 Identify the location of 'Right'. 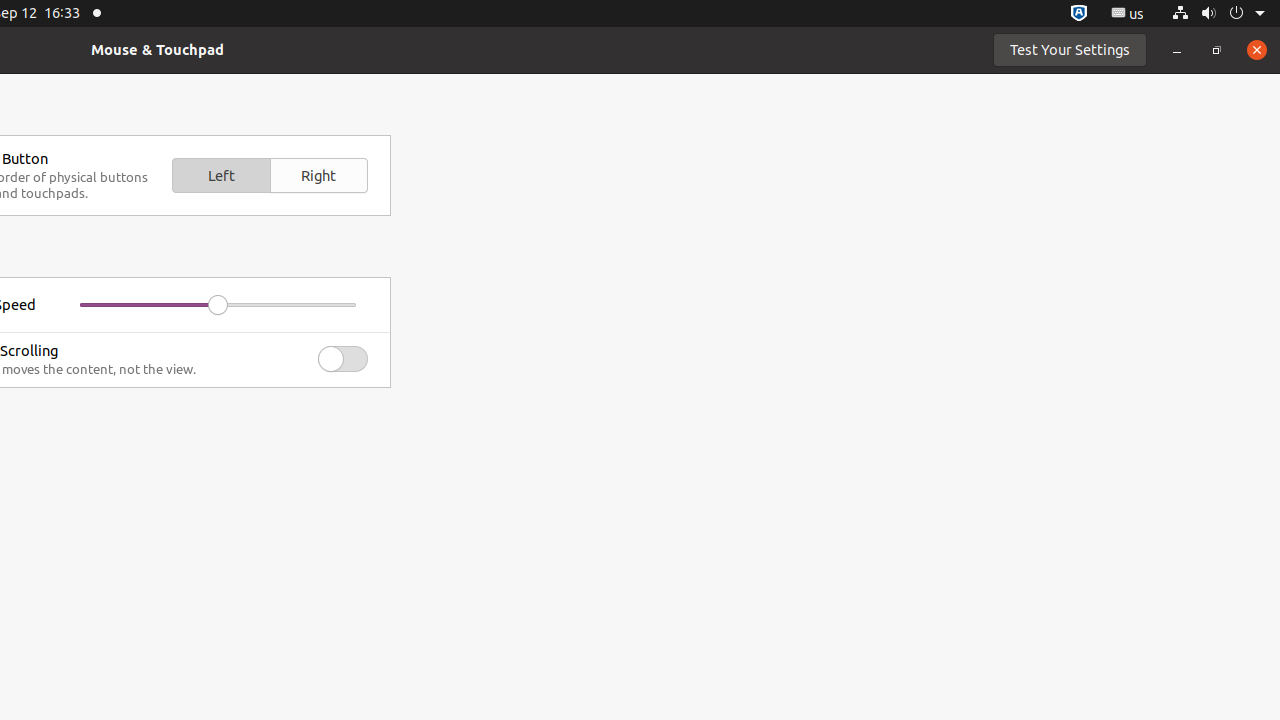
(317, 174).